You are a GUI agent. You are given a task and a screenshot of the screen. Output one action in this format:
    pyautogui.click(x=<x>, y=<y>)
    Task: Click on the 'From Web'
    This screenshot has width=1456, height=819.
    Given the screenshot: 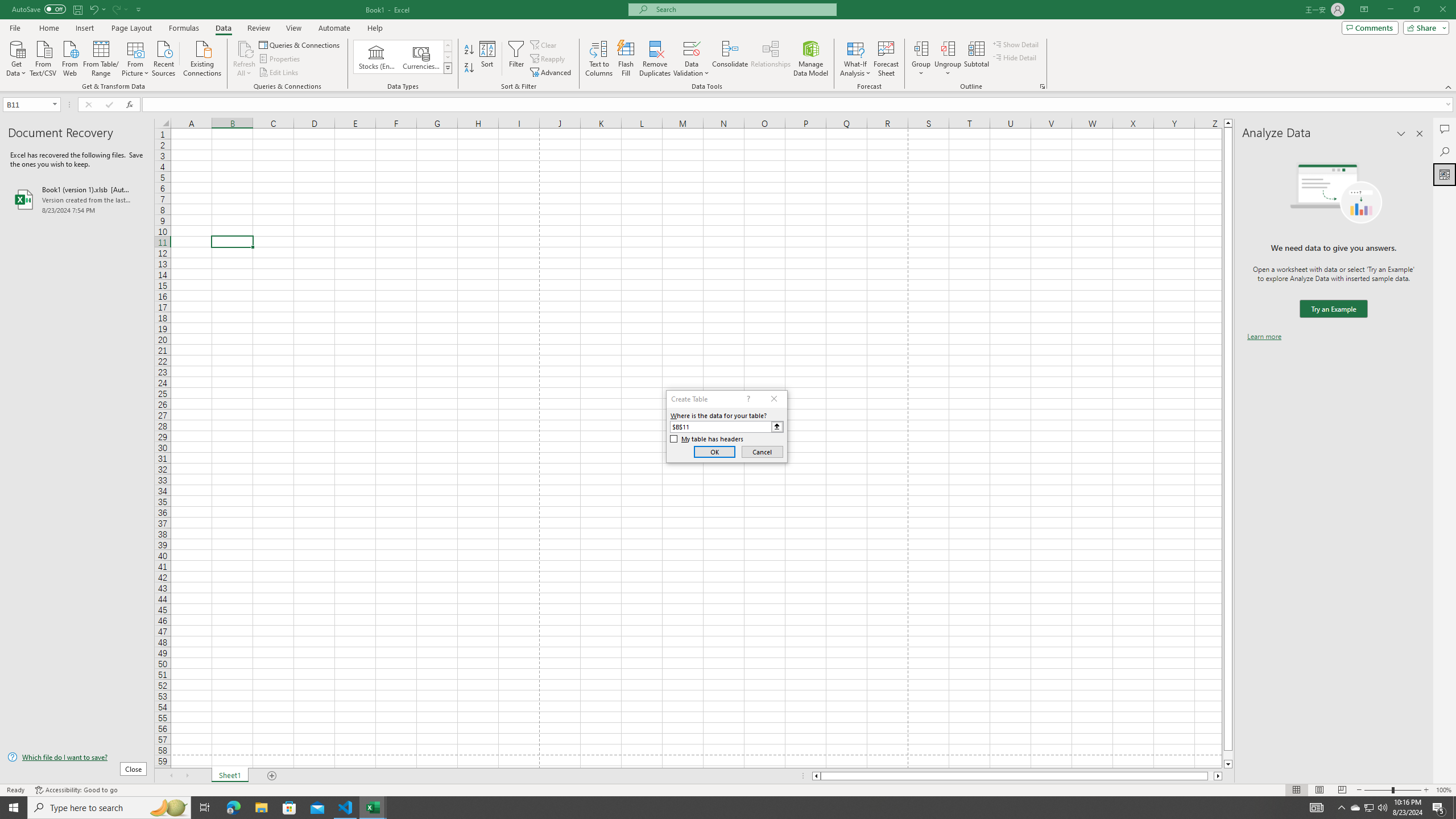 What is the action you would take?
    pyautogui.click(x=69, y=57)
    